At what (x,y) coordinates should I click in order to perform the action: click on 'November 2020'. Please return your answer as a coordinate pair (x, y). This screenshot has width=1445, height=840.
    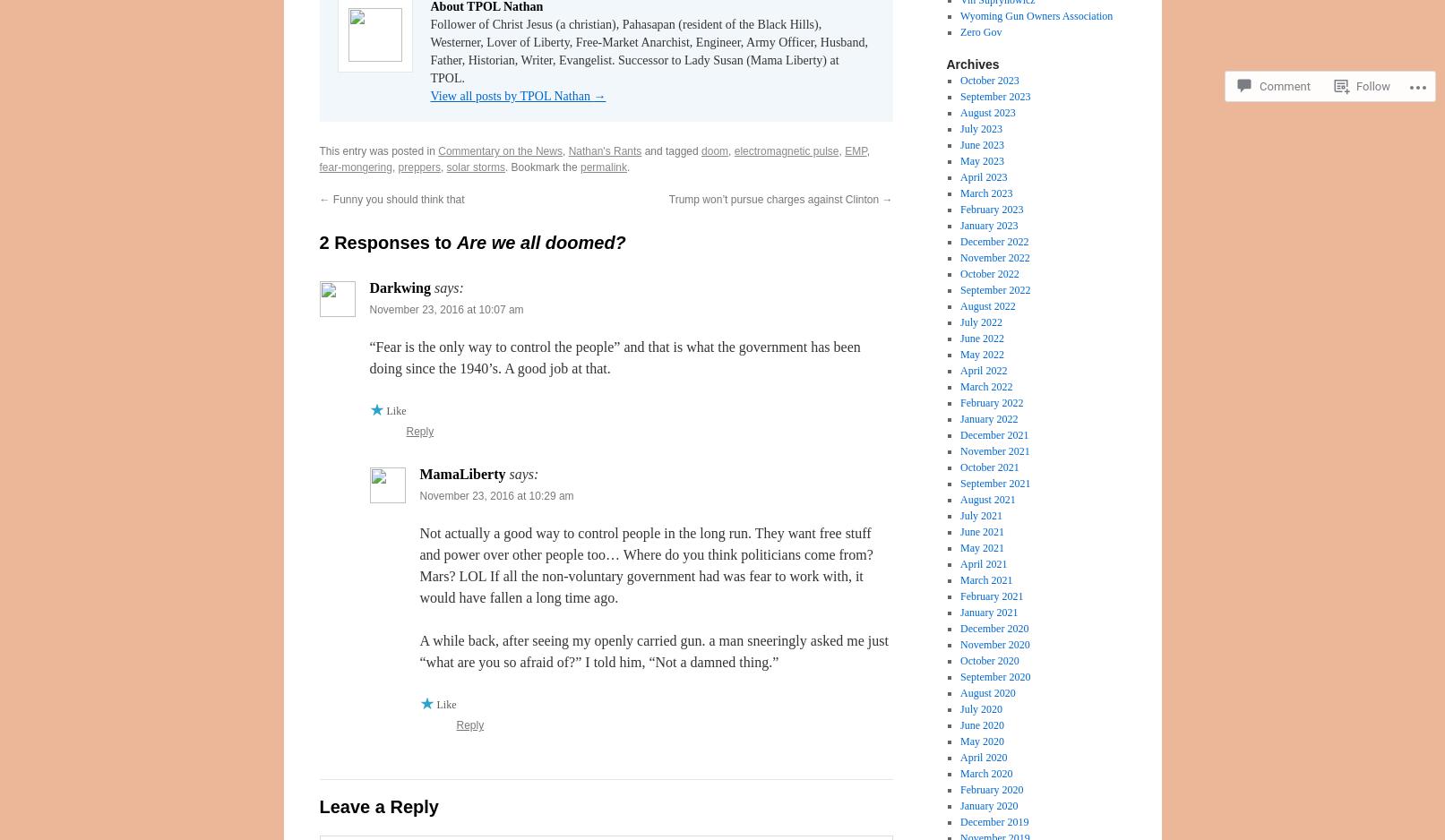
    Looking at the image, I should click on (993, 644).